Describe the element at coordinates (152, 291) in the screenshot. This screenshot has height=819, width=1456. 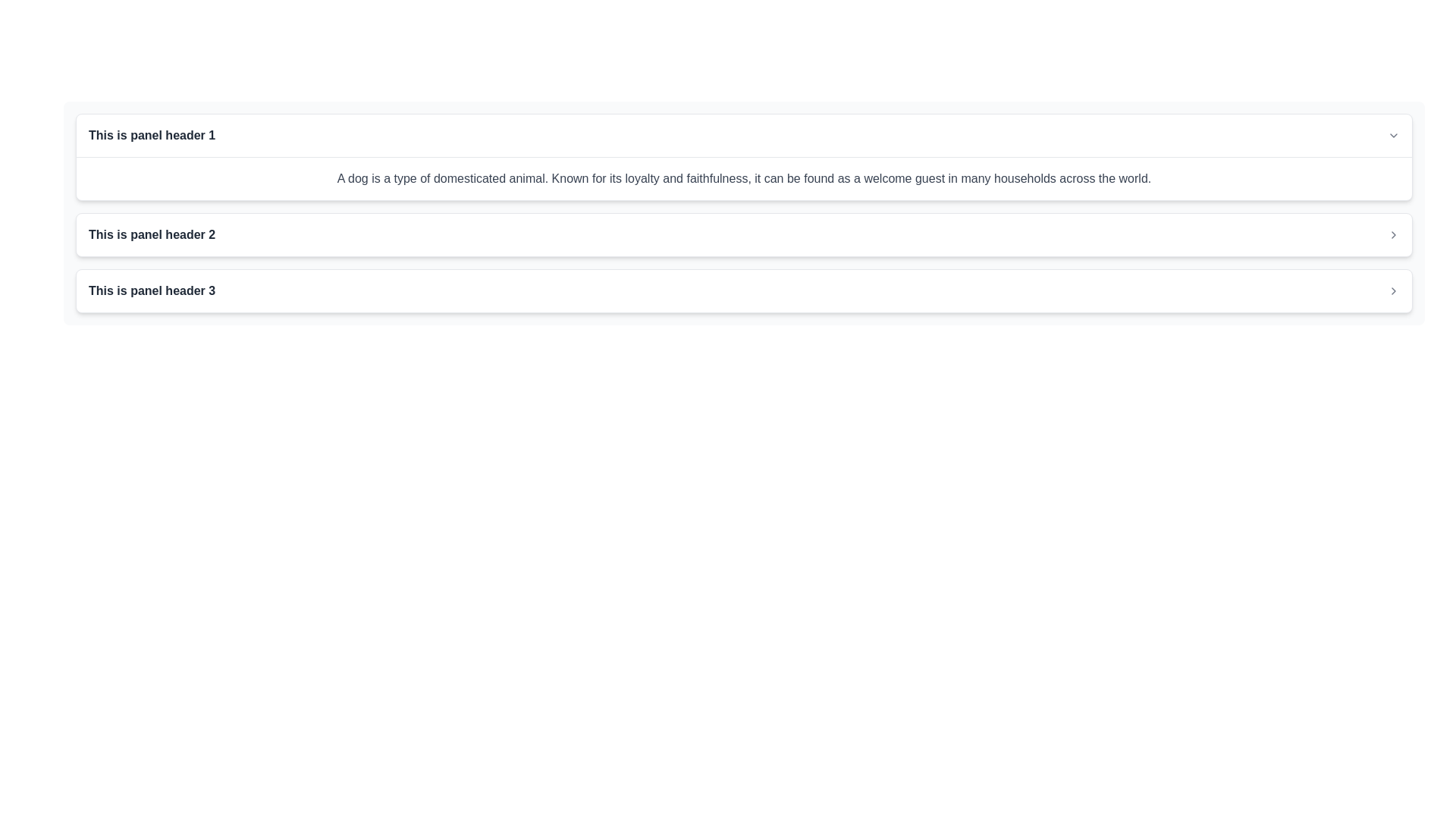
I see `the text label styled with bold, dark gray text reading 'This is panel header 3' to interact with adjacent components` at that location.